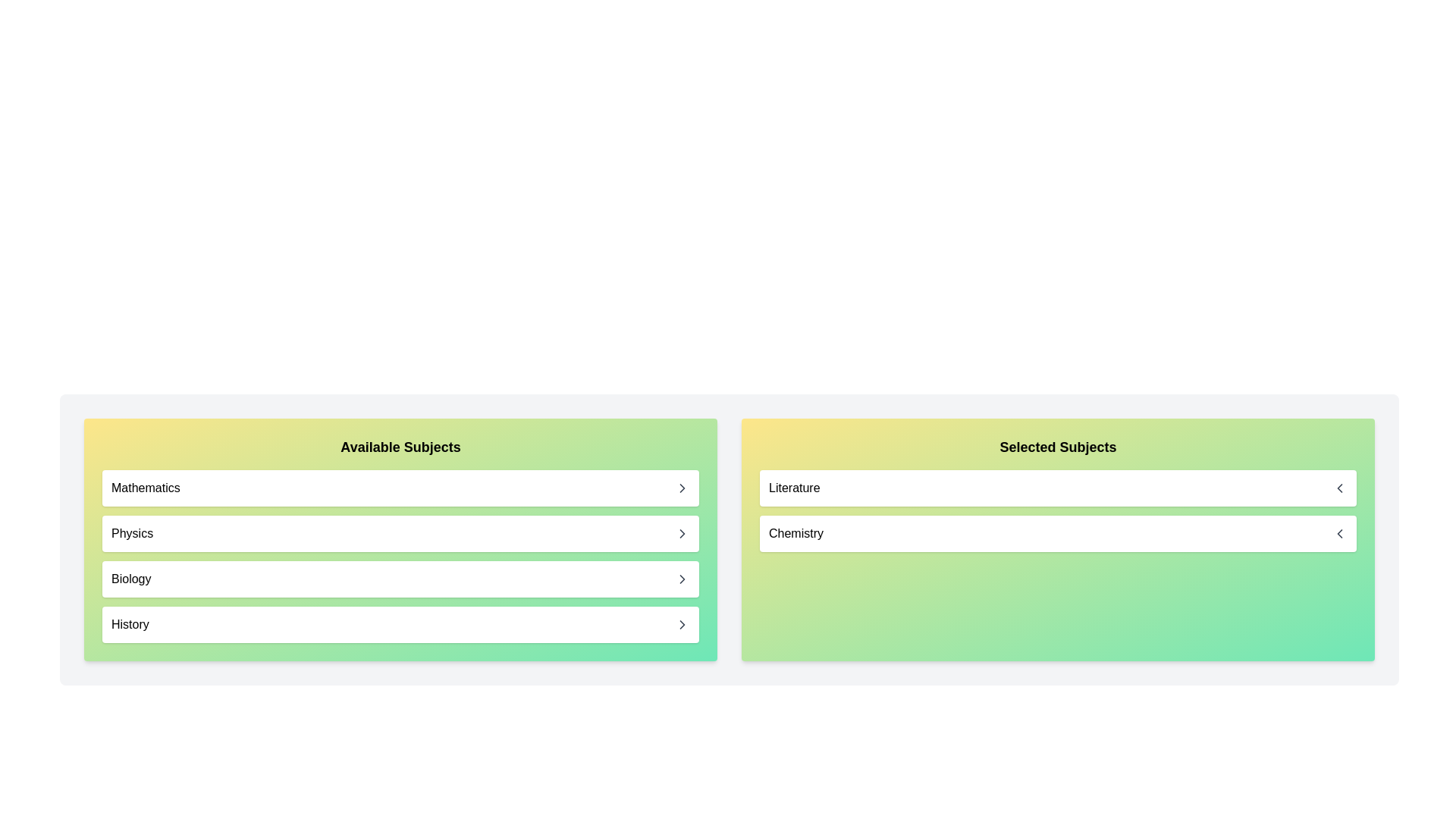 Image resolution: width=1456 pixels, height=819 pixels. What do you see at coordinates (1339, 533) in the screenshot?
I see `left arrow button next to the subject Chemistry in the 'Selected Subjects' list to move it to 'Available Subjects'` at bounding box center [1339, 533].